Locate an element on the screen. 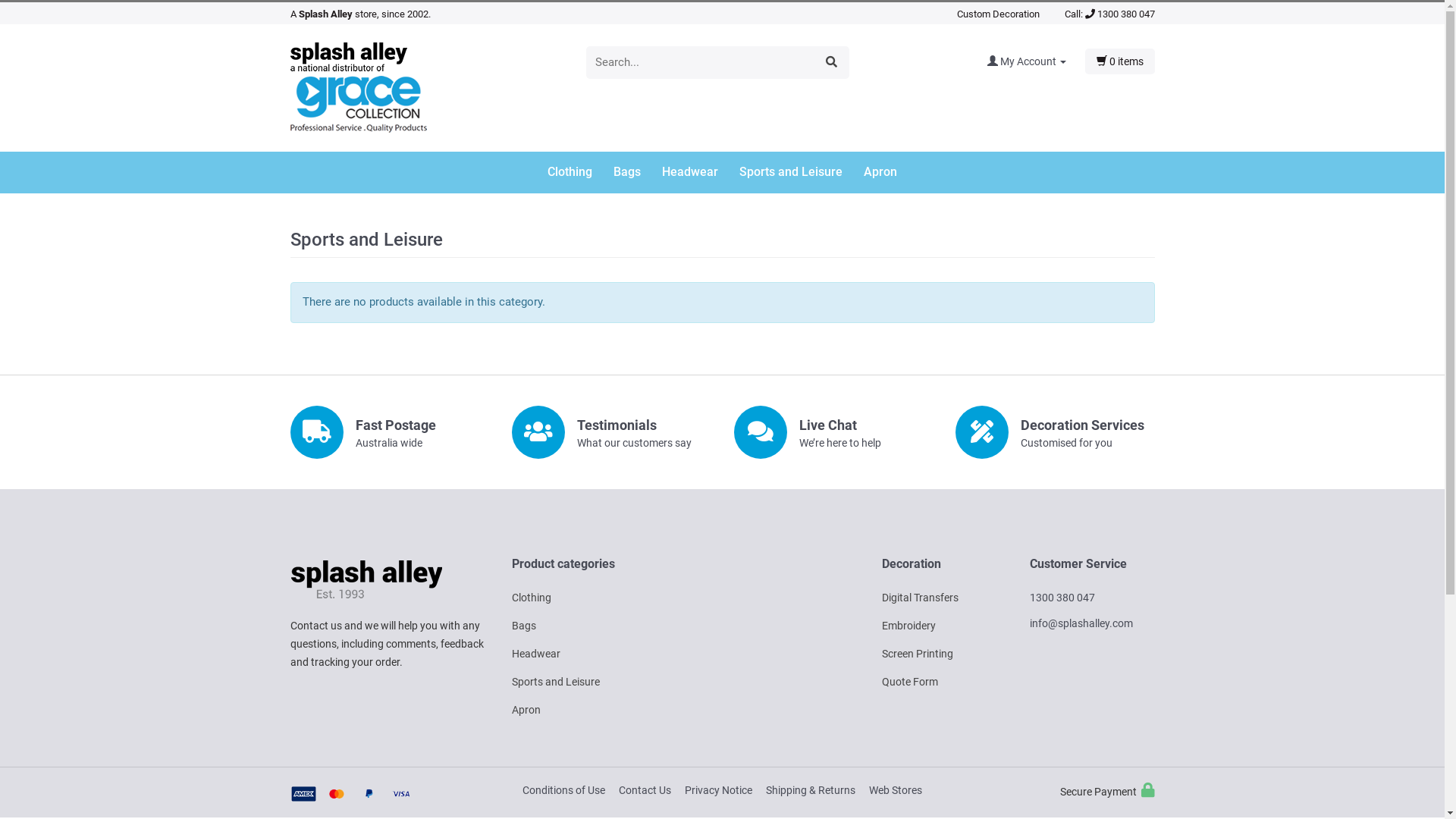 Image resolution: width=1456 pixels, height=819 pixels. 'Custom Decoration' is located at coordinates (998, 14).